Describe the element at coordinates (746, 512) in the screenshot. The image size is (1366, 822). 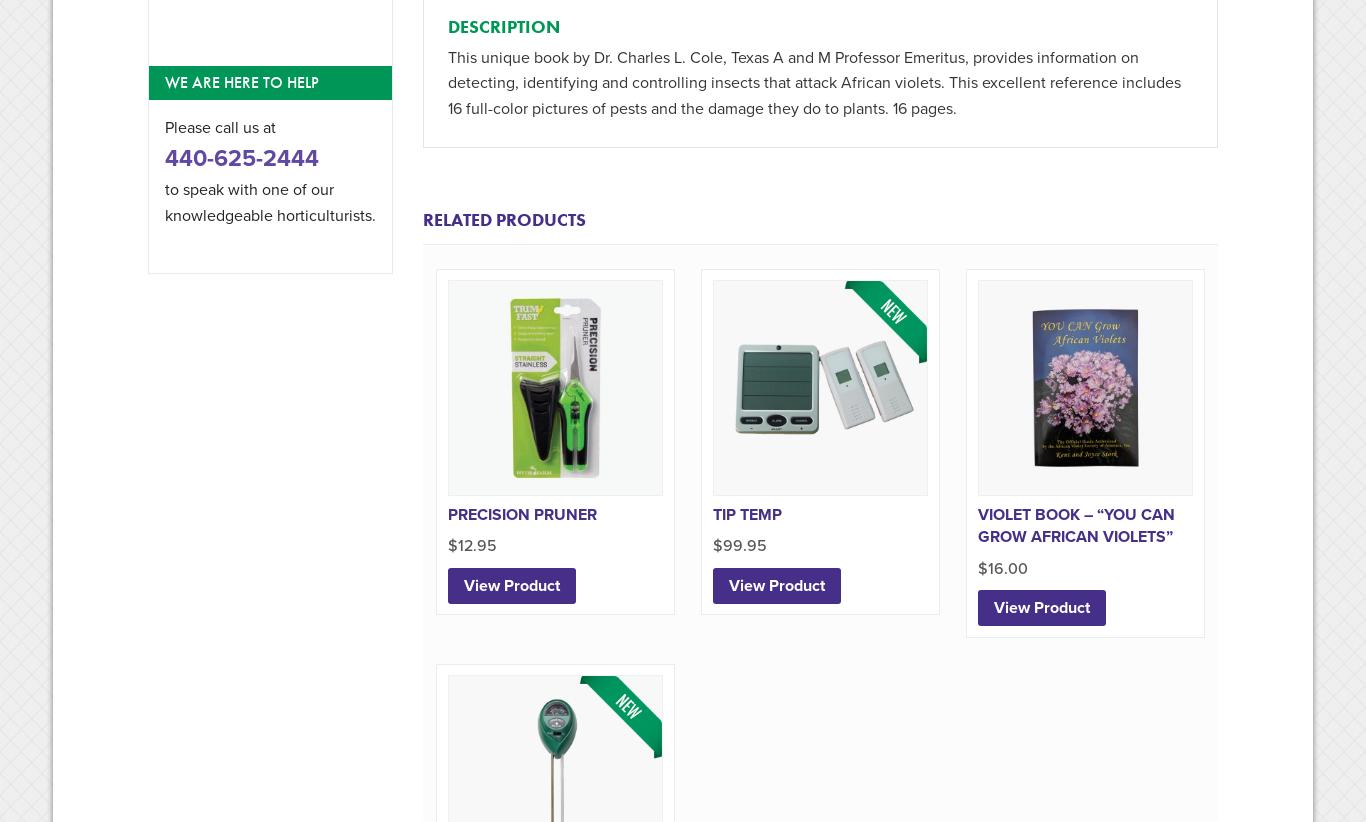
I see `'Tip Temp'` at that location.